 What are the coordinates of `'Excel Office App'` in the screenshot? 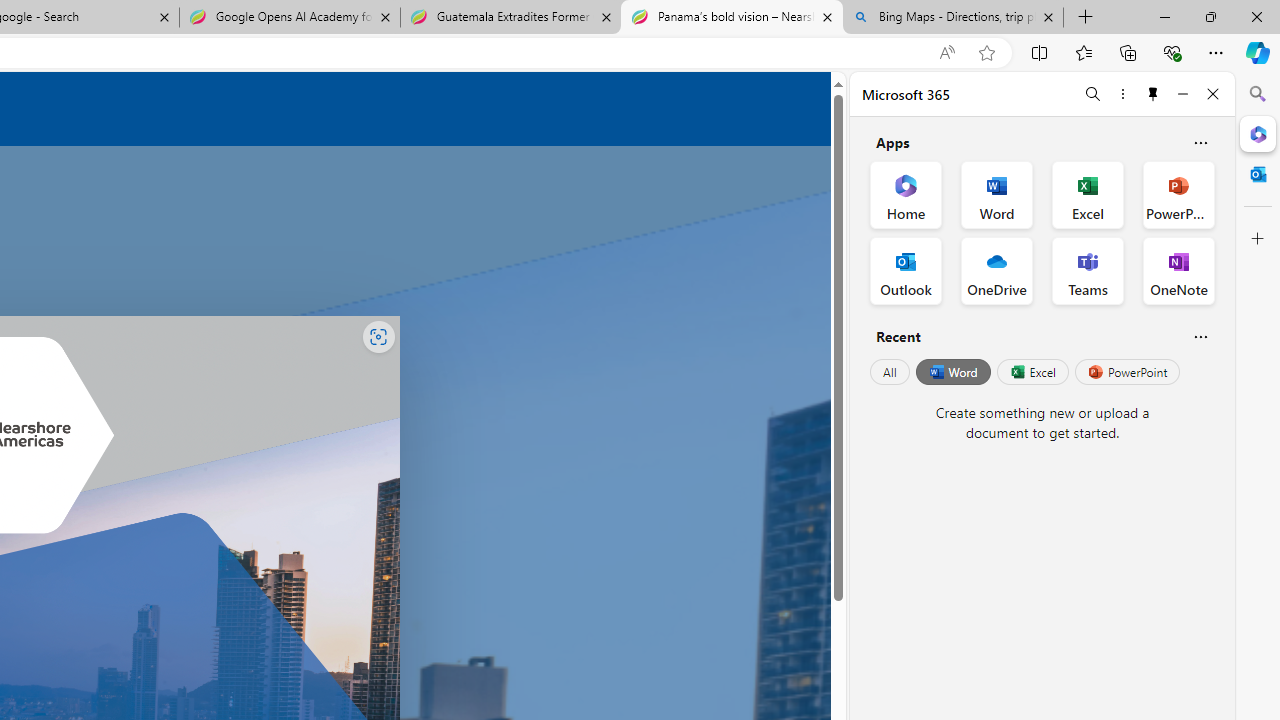 It's located at (1087, 195).